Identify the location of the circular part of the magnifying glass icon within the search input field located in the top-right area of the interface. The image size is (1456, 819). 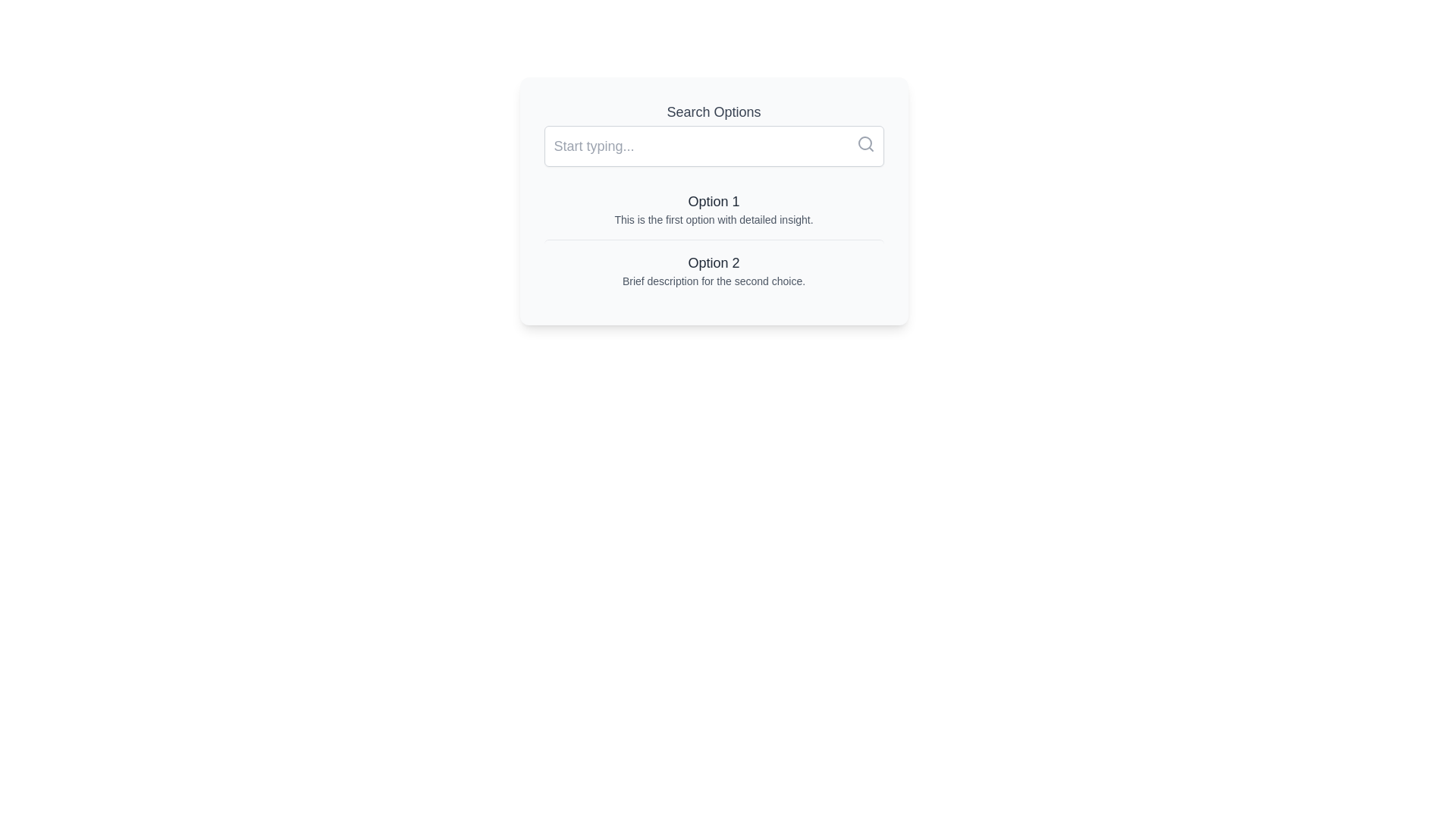
(864, 143).